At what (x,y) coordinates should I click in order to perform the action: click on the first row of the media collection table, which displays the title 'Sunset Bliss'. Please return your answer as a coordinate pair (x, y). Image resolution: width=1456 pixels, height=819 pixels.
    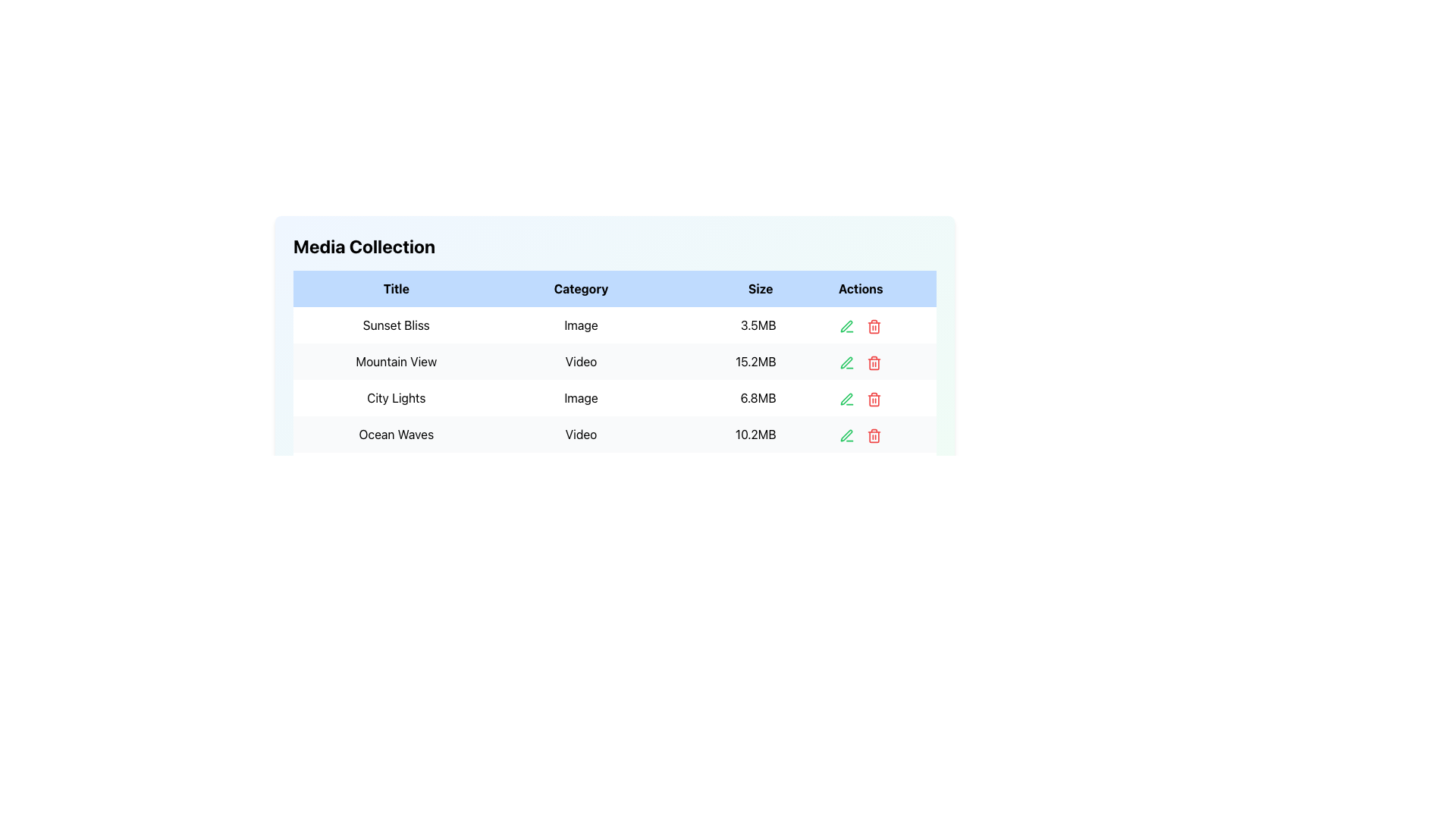
    Looking at the image, I should click on (615, 324).